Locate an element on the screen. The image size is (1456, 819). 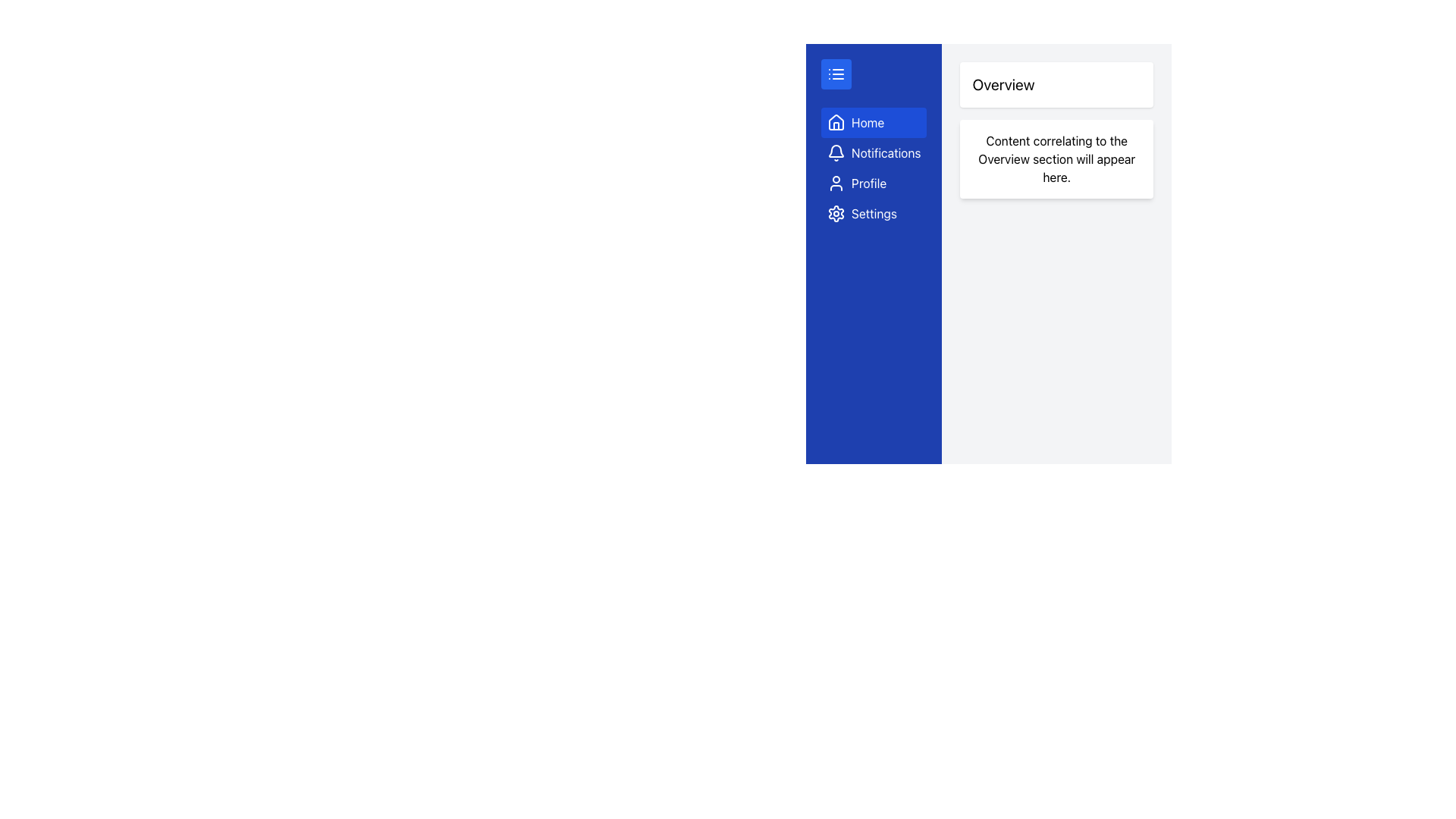
the user icon, which is a circular head and shoulders stylized in an outline style, rendered in white on a blue background, located inside the 'Profile' navigation item in the sidebar menu is located at coordinates (836, 183).